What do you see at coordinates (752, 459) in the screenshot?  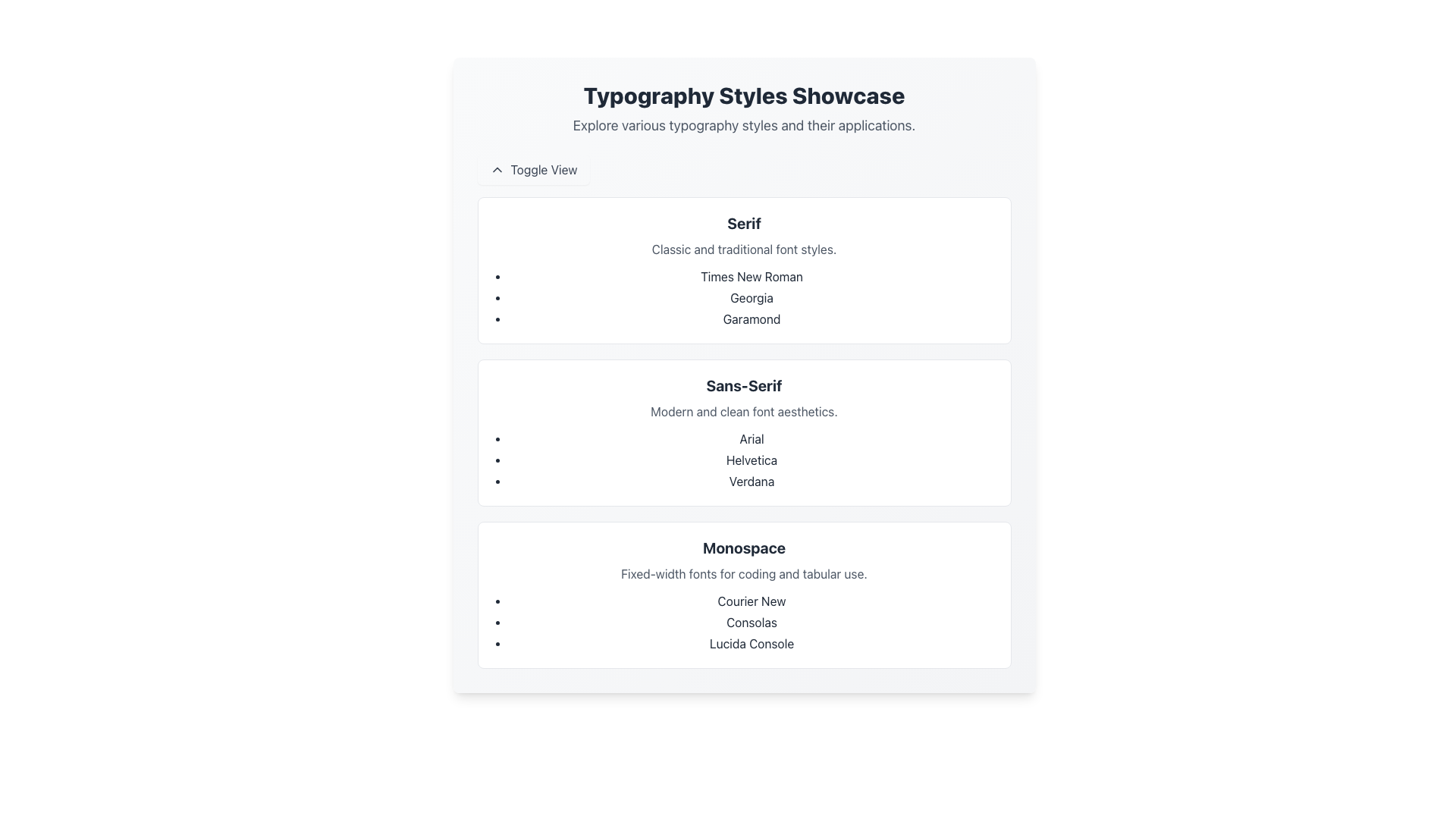 I see `the 'Helvetica' text item in the list under the 'Sans-Serif' category, which is the second item in the list and displayed in dark gray color` at bounding box center [752, 459].